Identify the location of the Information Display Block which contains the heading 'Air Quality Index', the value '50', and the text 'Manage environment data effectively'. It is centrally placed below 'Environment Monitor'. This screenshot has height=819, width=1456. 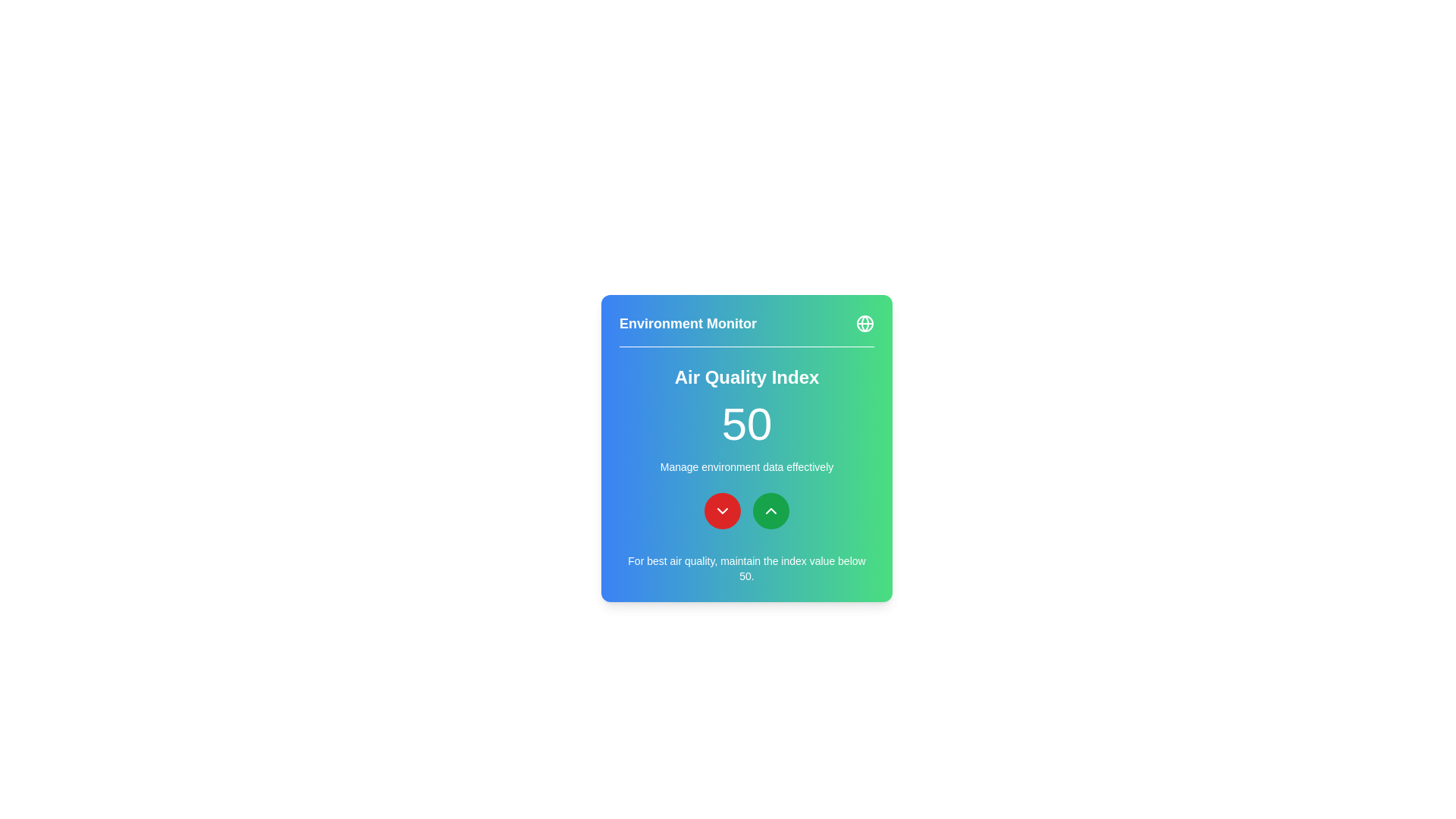
(746, 420).